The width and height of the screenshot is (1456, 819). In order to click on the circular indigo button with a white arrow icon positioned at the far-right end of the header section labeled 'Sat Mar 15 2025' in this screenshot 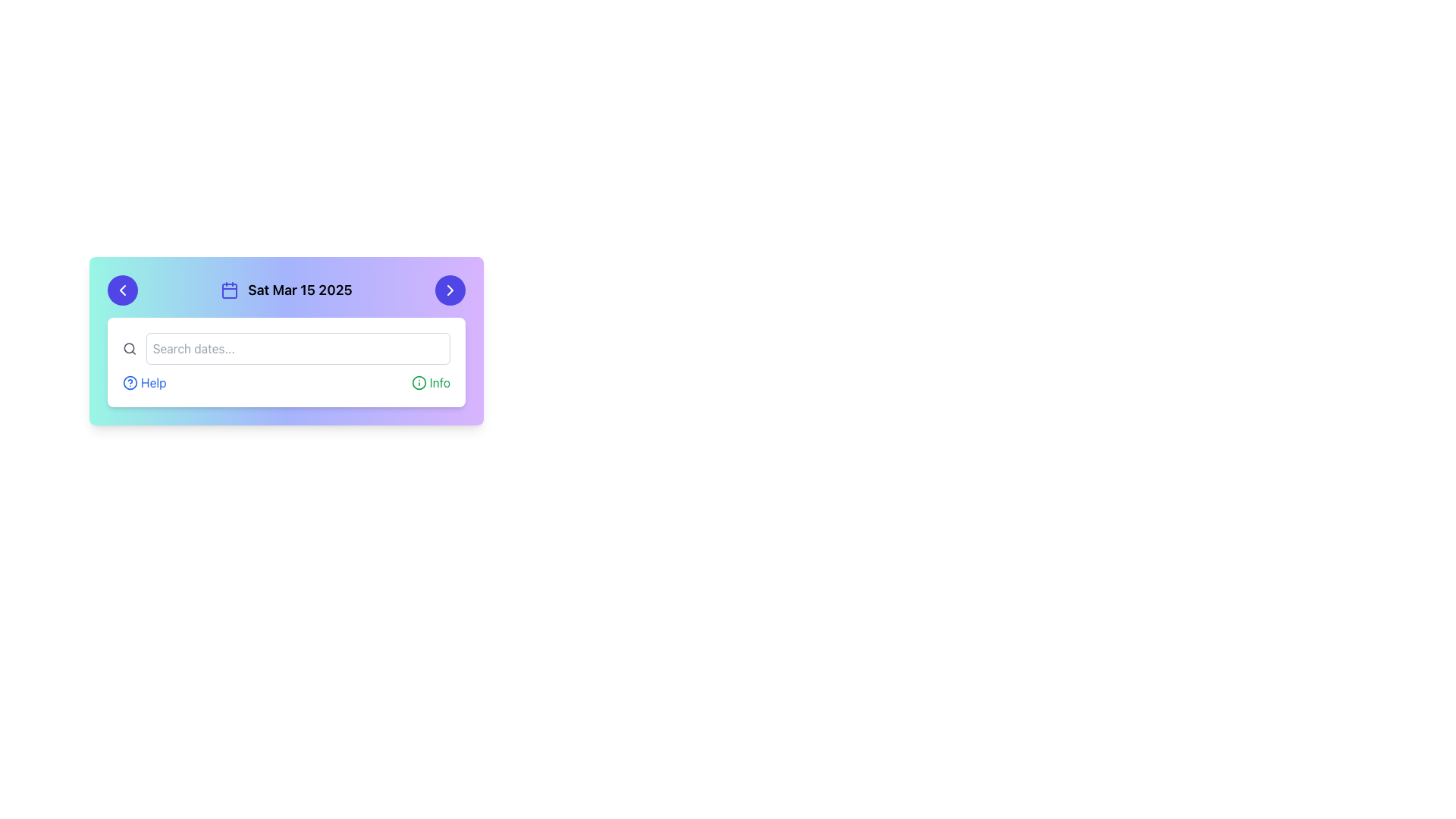, I will do `click(450, 290)`.